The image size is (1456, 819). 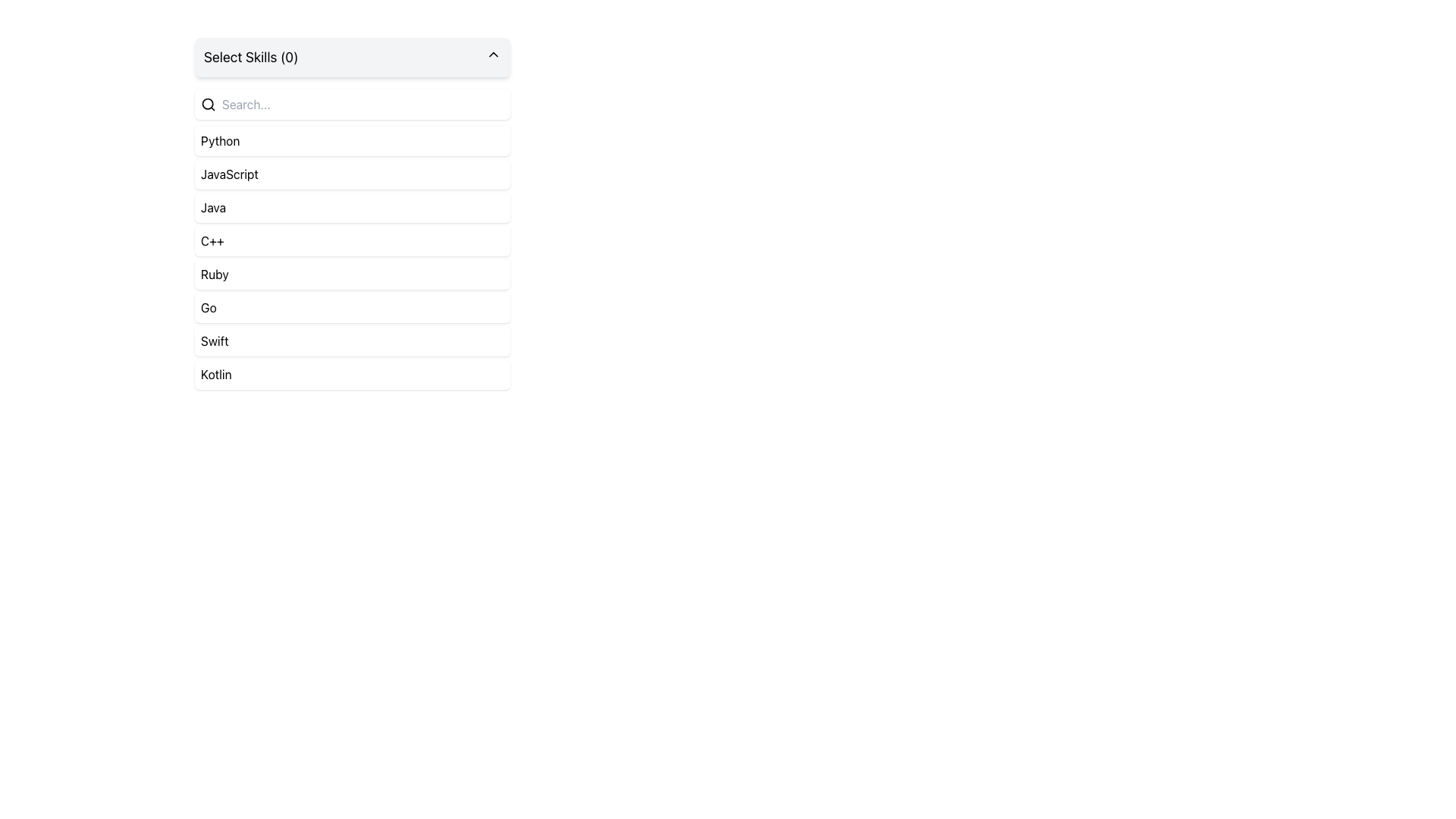 What do you see at coordinates (352, 275) in the screenshot?
I see `the fifth item in the programming languages list` at bounding box center [352, 275].